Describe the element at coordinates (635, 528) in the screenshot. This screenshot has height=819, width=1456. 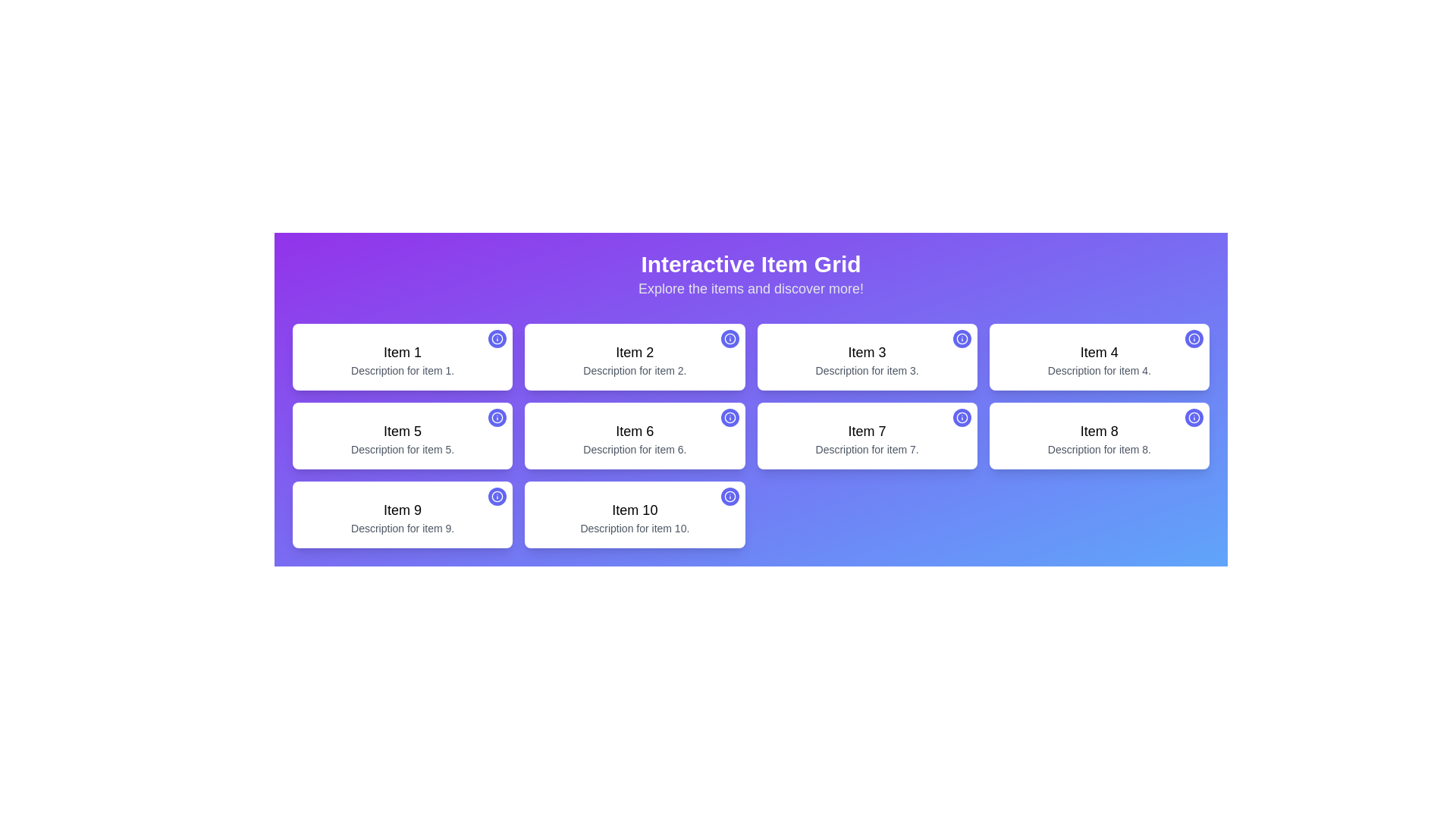
I see `the static text element displaying 'Description for item 10.' located below the heading in the card labeled 'Item 10'` at that location.